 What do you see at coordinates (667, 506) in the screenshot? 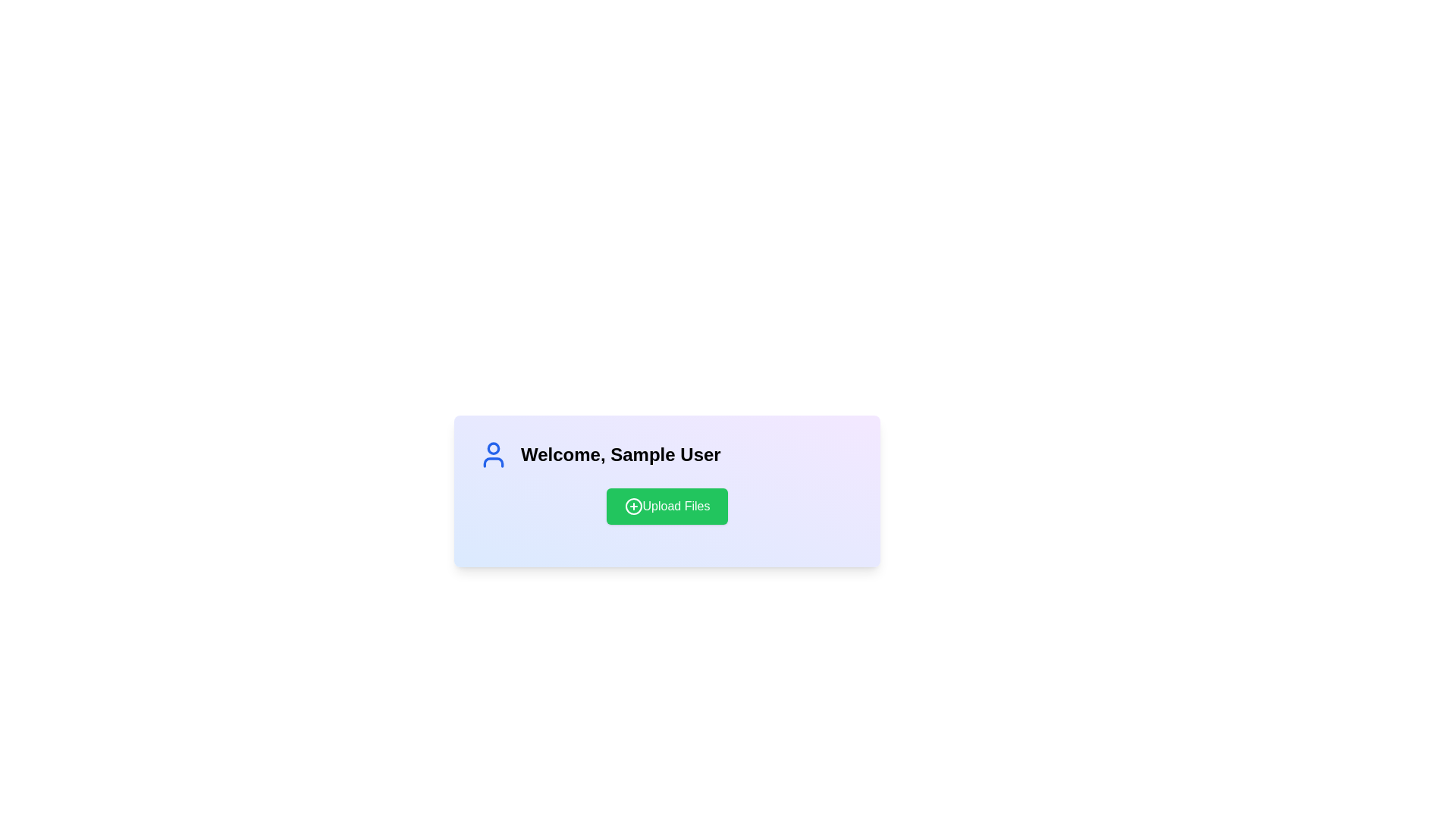
I see `the green rectangular button labeled 'Upload Files'` at bounding box center [667, 506].